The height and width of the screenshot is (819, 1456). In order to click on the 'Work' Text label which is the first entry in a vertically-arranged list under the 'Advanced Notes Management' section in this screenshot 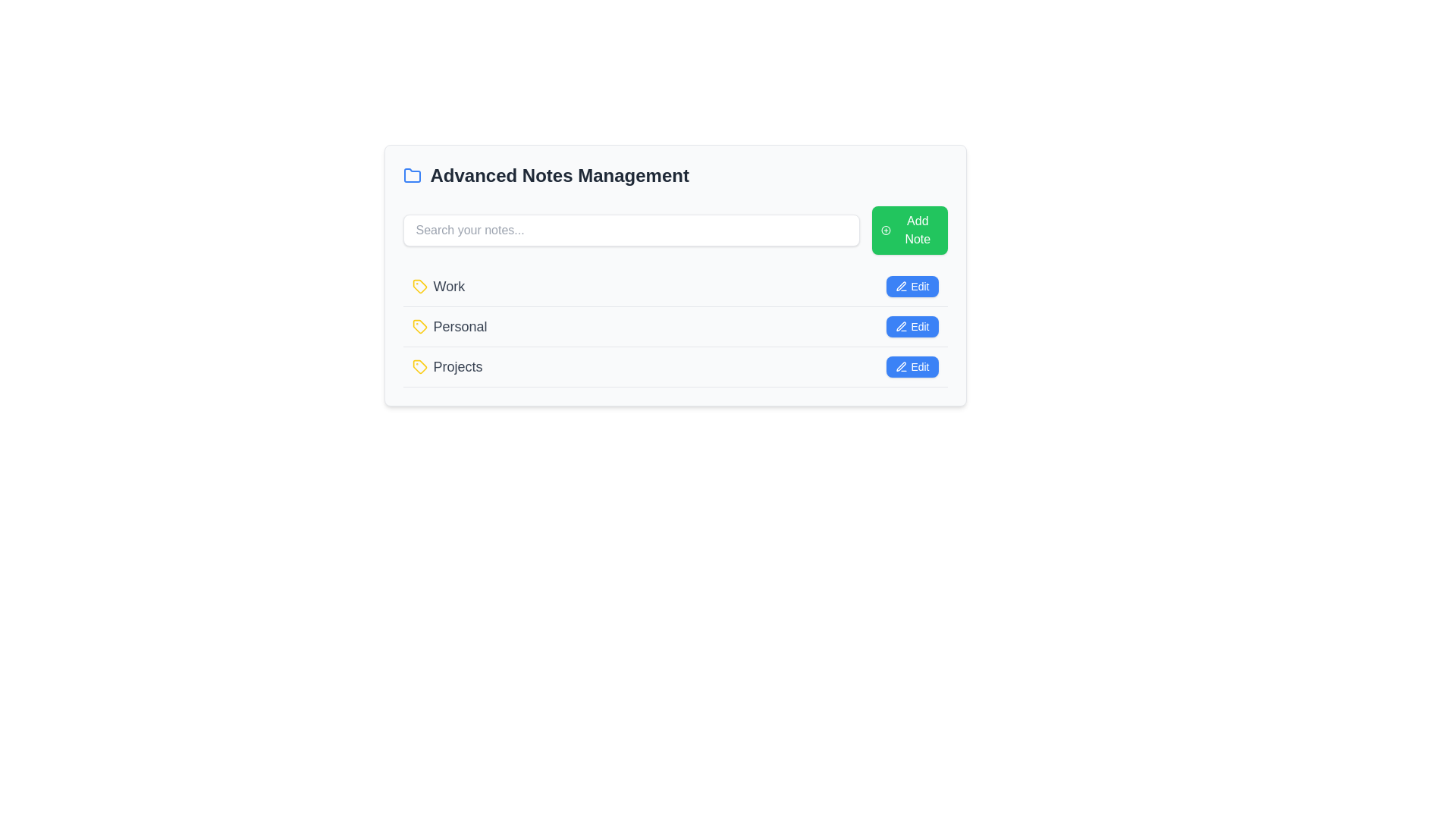, I will do `click(438, 287)`.